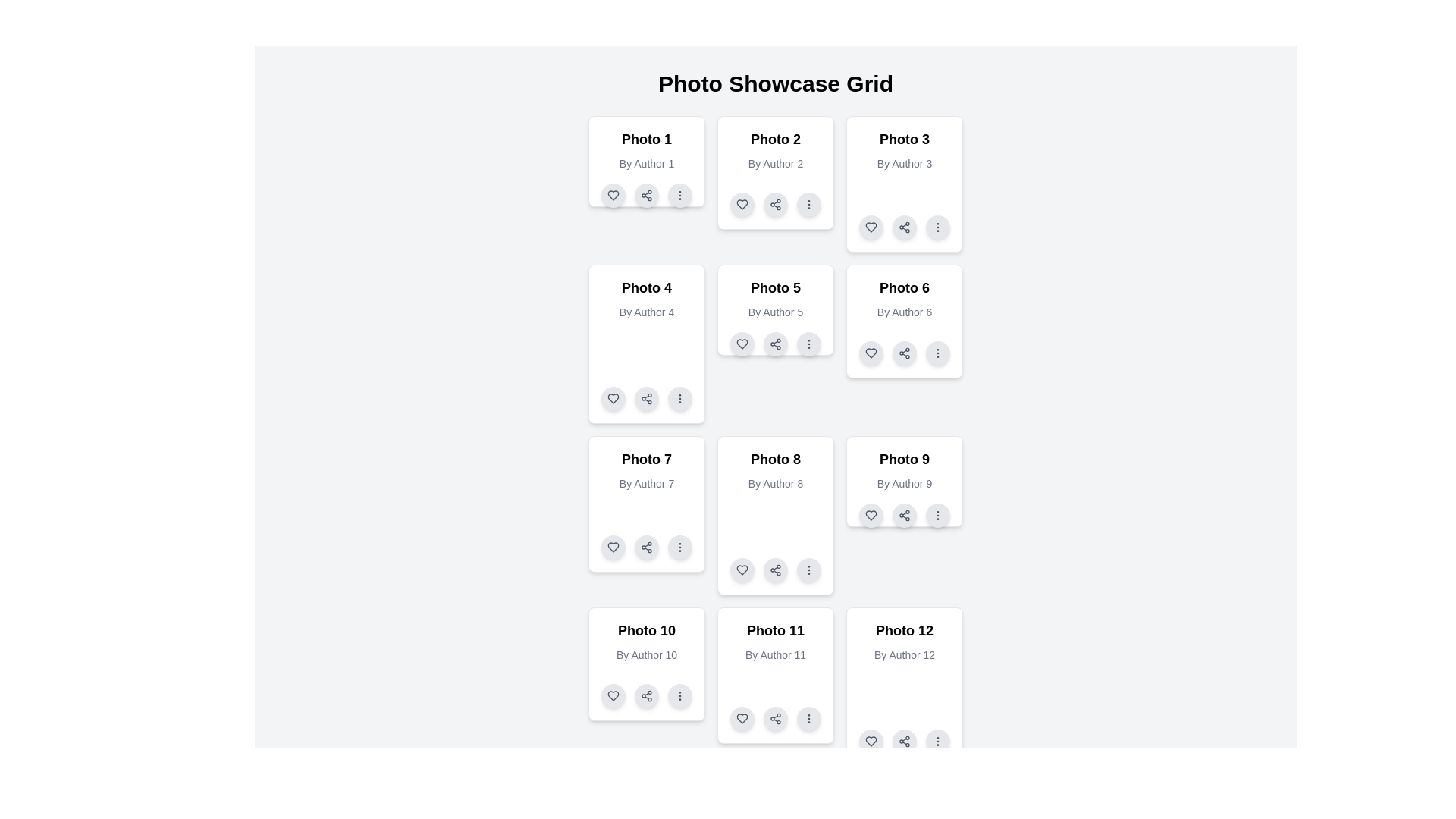 Image resolution: width=1456 pixels, height=819 pixels. Describe the element at coordinates (871, 227) in the screenshot. I see `the first circular like button with a light gray background and a darker gray heart icon, located at the bottom of the card in the third column of the first row` at that location.